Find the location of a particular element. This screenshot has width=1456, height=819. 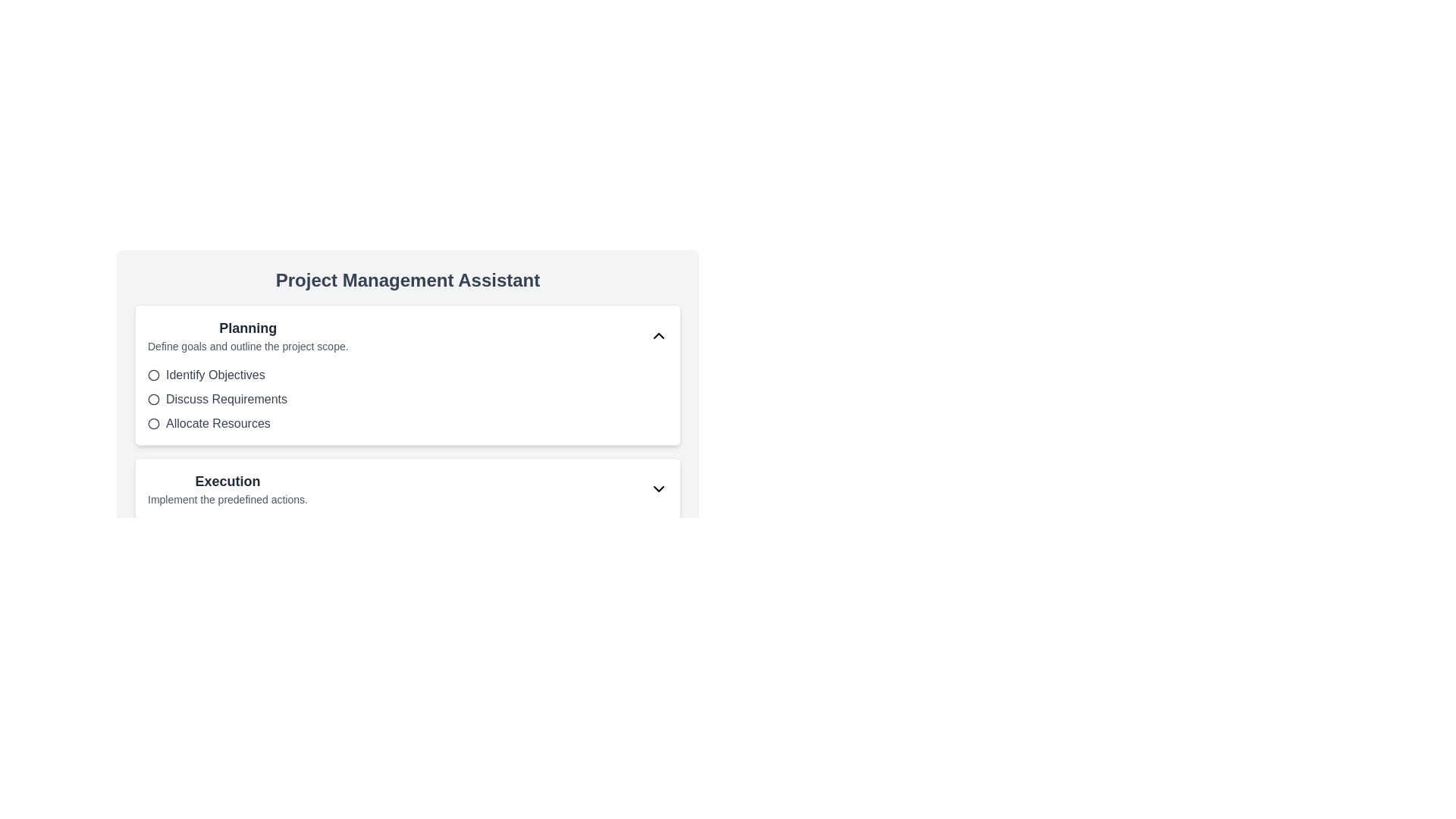

the item from the checklist in the 'Planning' section of the Collapsible Section with Checklist Items by clicking on it is located at coordinates (407, 375).